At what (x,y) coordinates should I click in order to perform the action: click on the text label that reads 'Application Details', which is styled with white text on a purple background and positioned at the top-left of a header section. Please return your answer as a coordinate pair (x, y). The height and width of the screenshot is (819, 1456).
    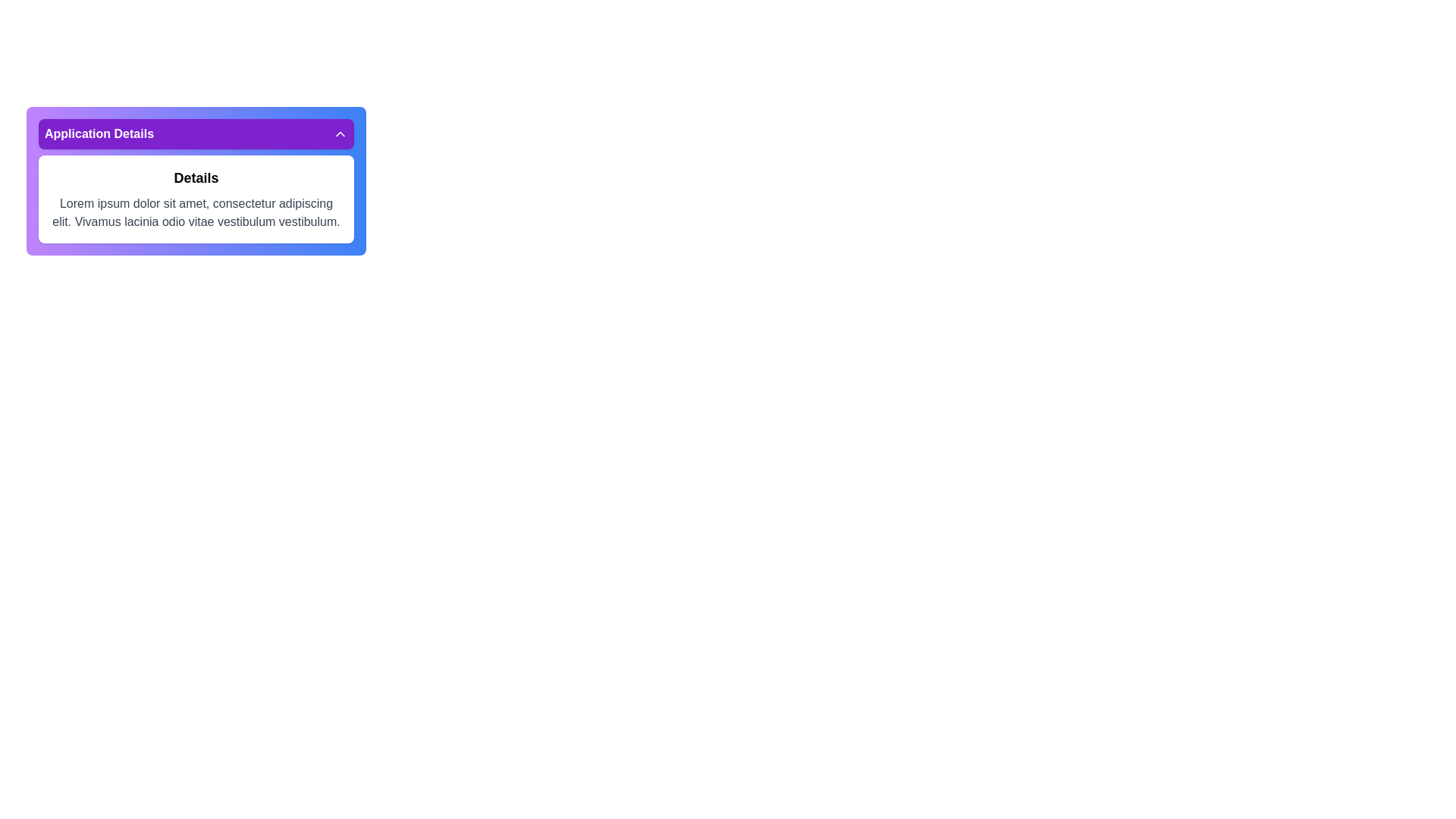
    Looking at the image, I should click on (98, 133).